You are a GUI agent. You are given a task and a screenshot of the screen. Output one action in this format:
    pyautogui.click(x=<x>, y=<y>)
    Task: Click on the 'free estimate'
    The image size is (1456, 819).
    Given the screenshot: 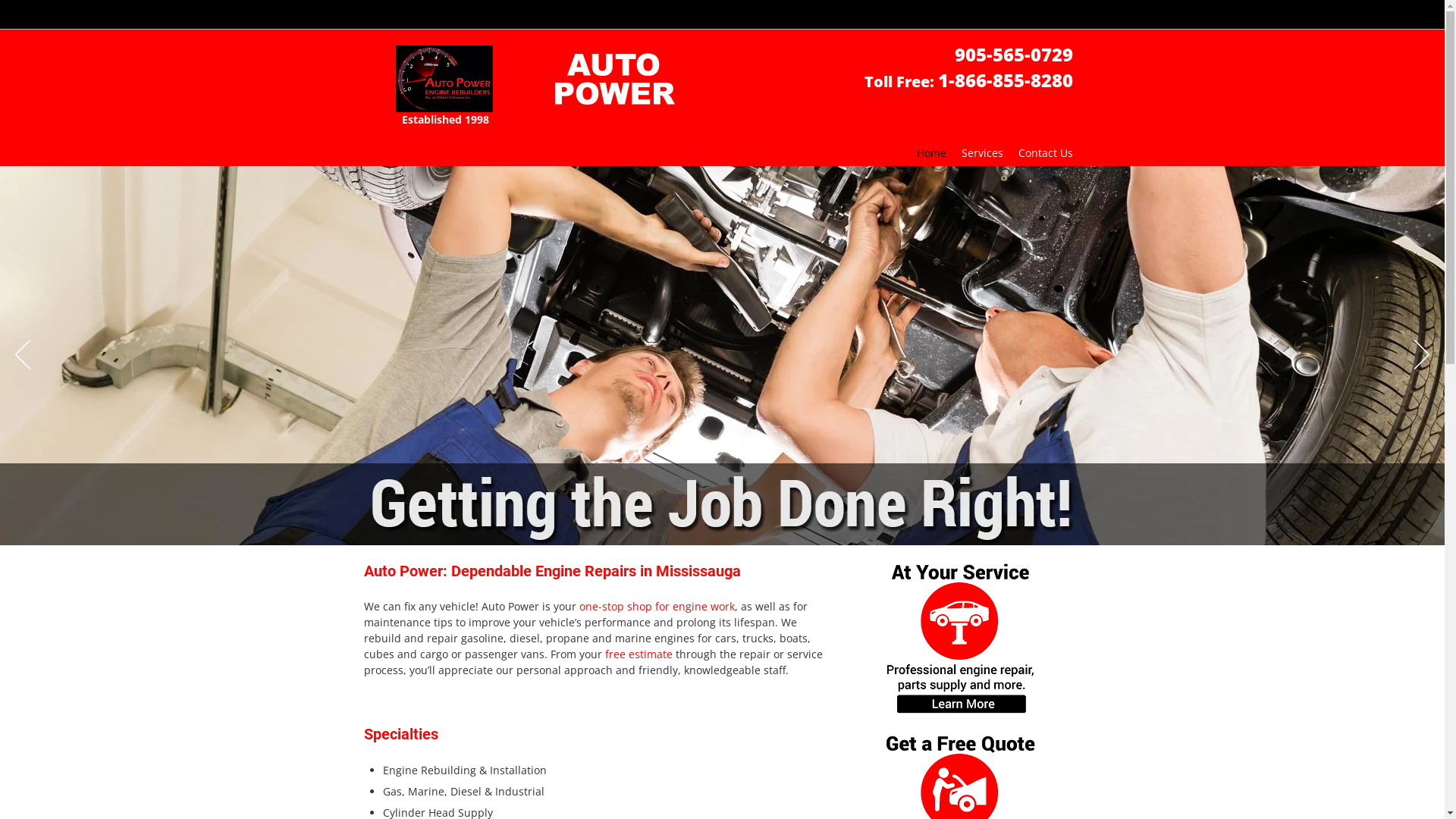 What is the action you would take?
    pyautogui.click(x=604, y=654)
    